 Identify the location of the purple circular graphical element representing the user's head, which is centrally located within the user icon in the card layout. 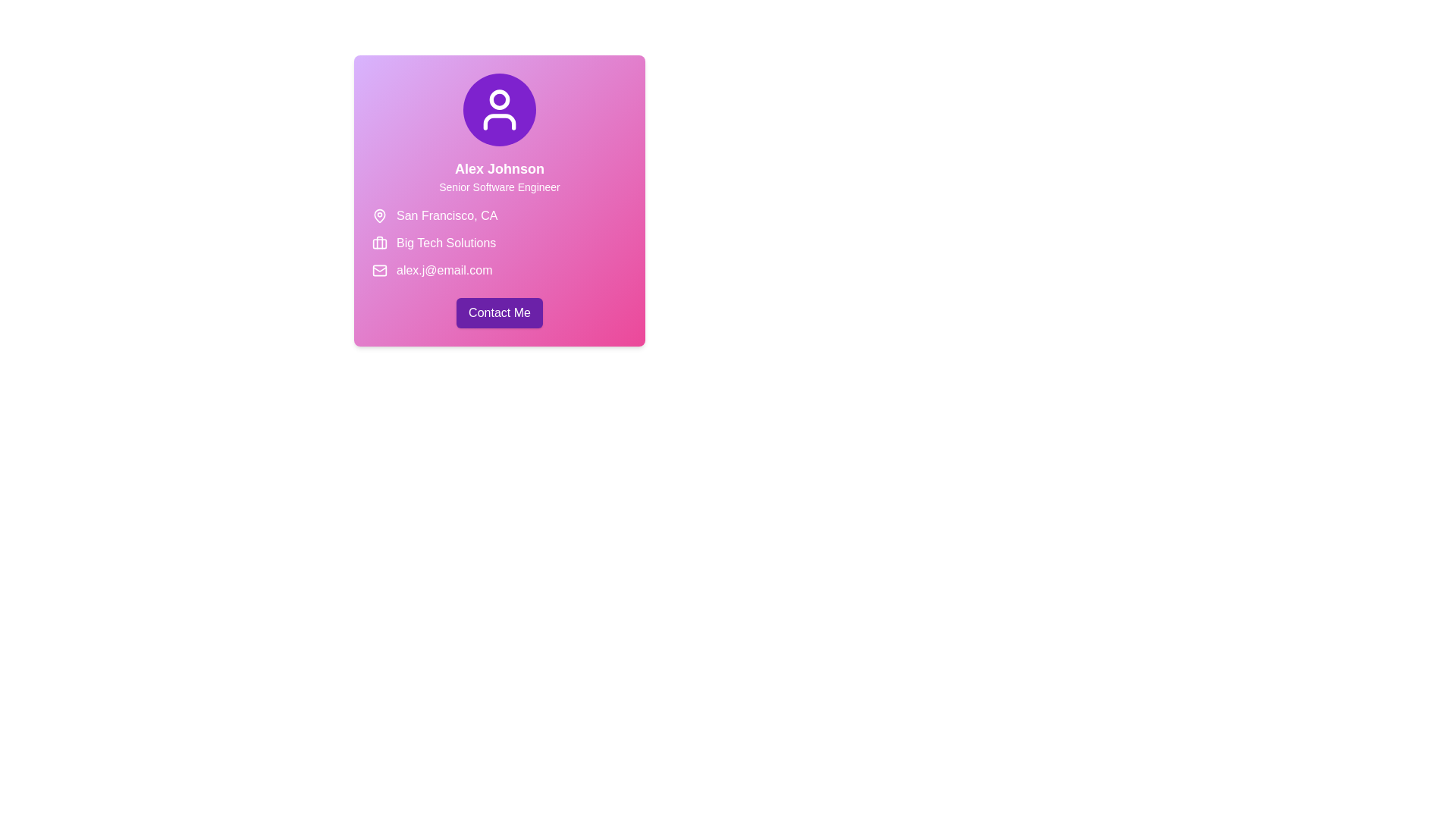
(499, 99).